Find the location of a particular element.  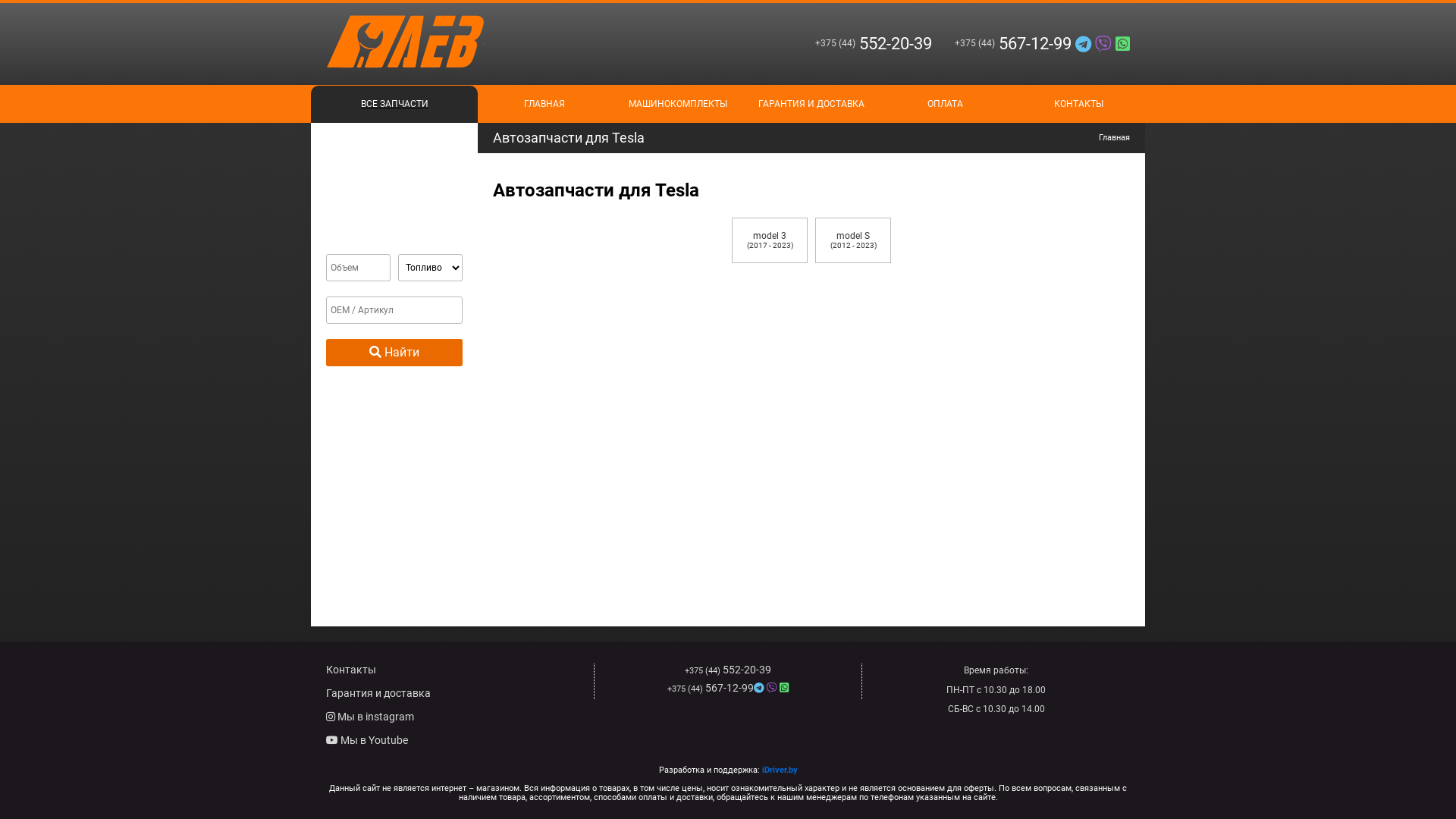

'+375 (44) 552-20-39' is located at coordinates (683, 669).